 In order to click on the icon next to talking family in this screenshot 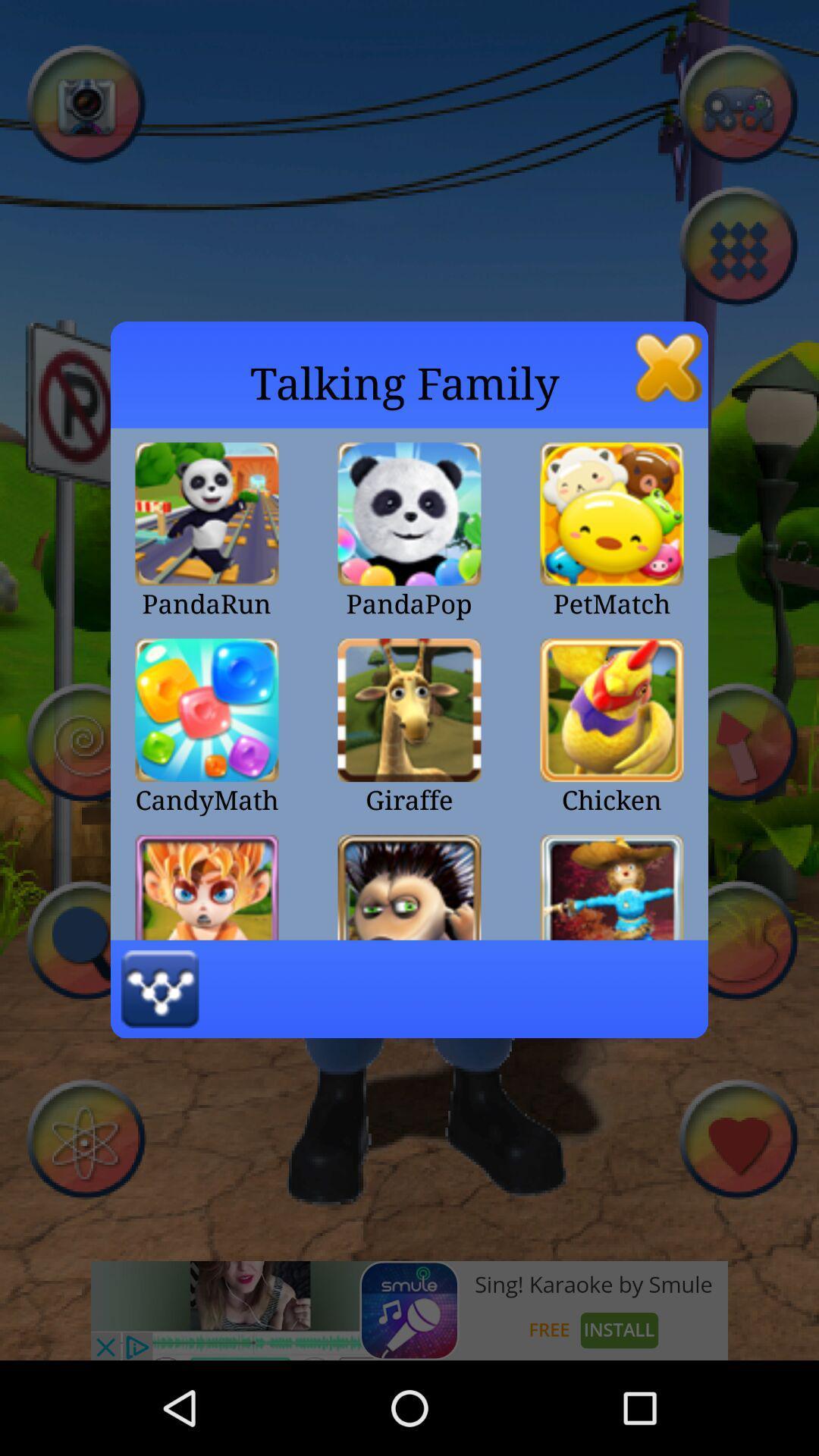, I will do `click(668, 367)`.